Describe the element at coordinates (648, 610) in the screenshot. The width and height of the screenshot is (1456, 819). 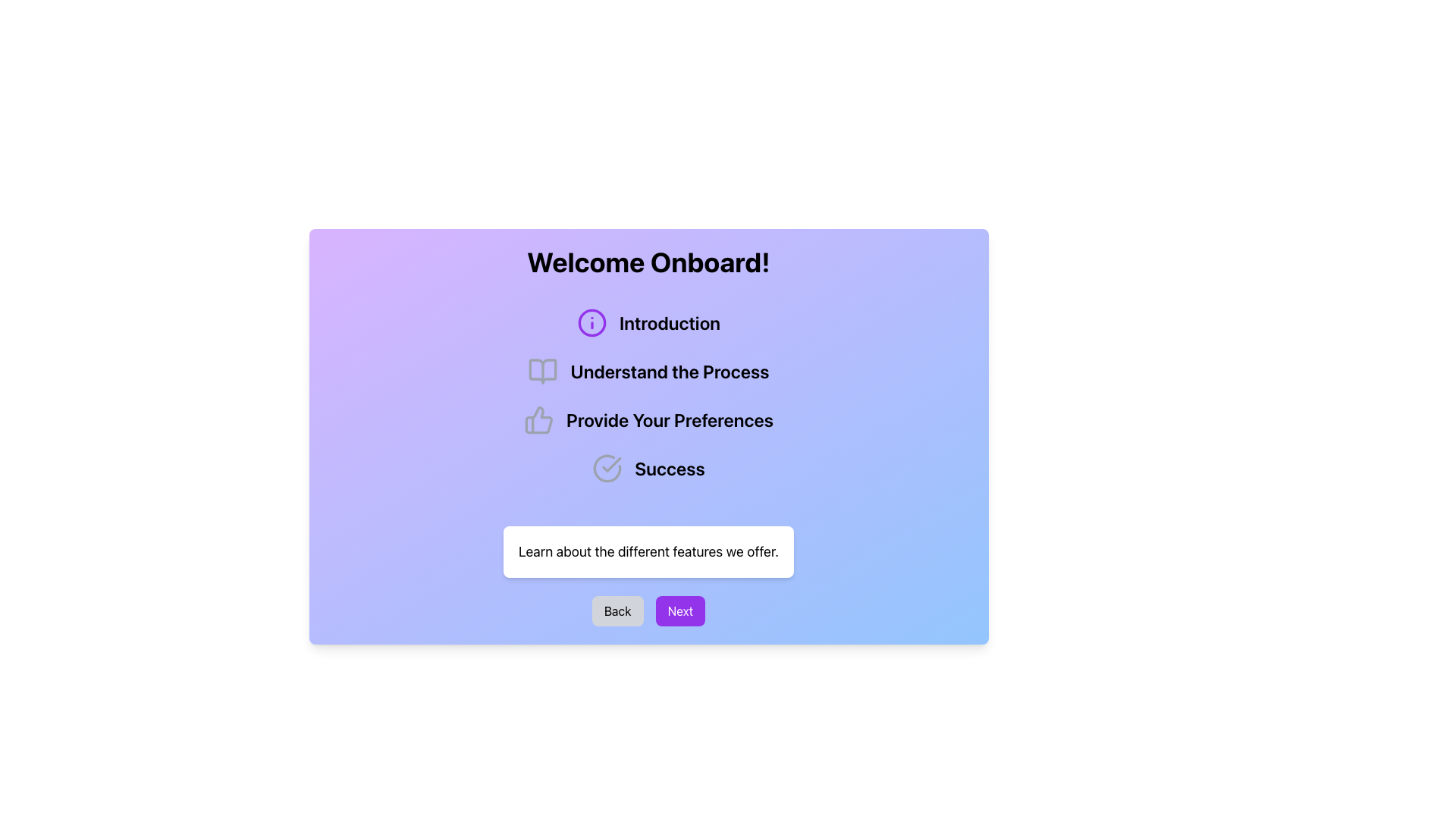
I see `the 'Back' button in the navigation button group` at that location.